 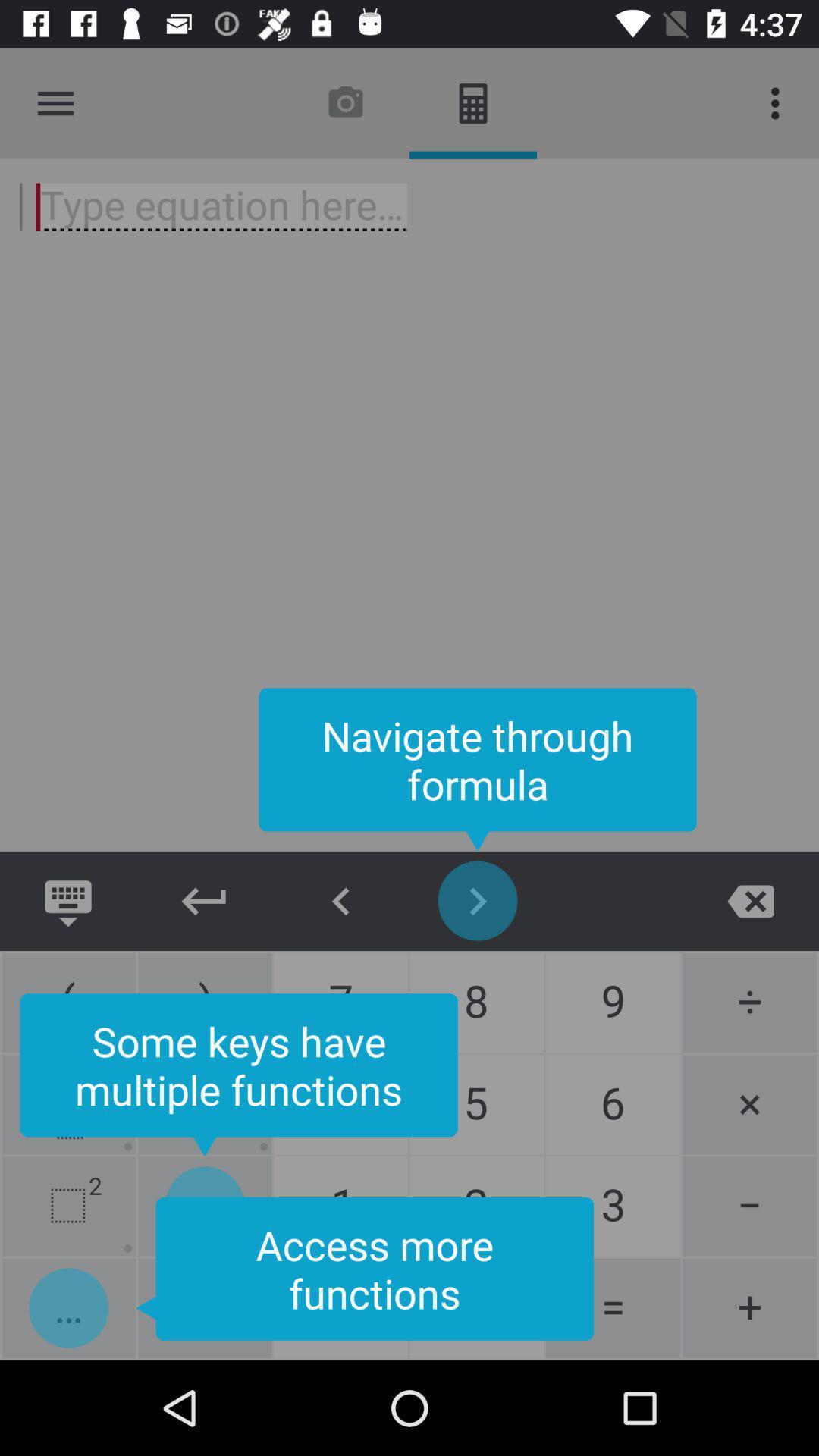 What do you see at coordinates (341, 901) in the screenshot?
I see `before` at bounding box center [341, 901].